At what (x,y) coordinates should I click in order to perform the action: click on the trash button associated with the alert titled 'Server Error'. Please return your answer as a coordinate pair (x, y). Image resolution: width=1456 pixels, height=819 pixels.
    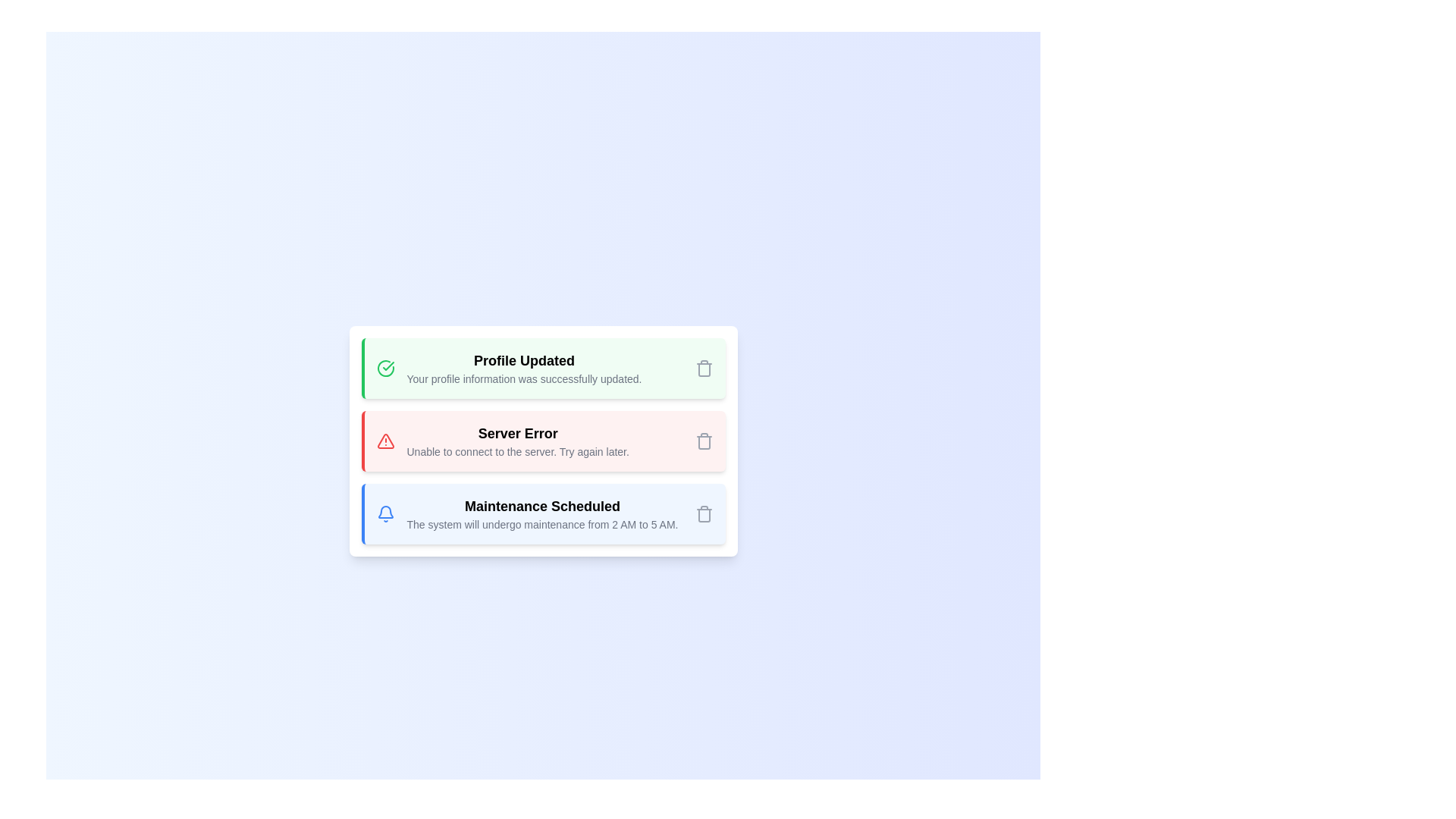
    Looking at the image, I should click on (703, 441).